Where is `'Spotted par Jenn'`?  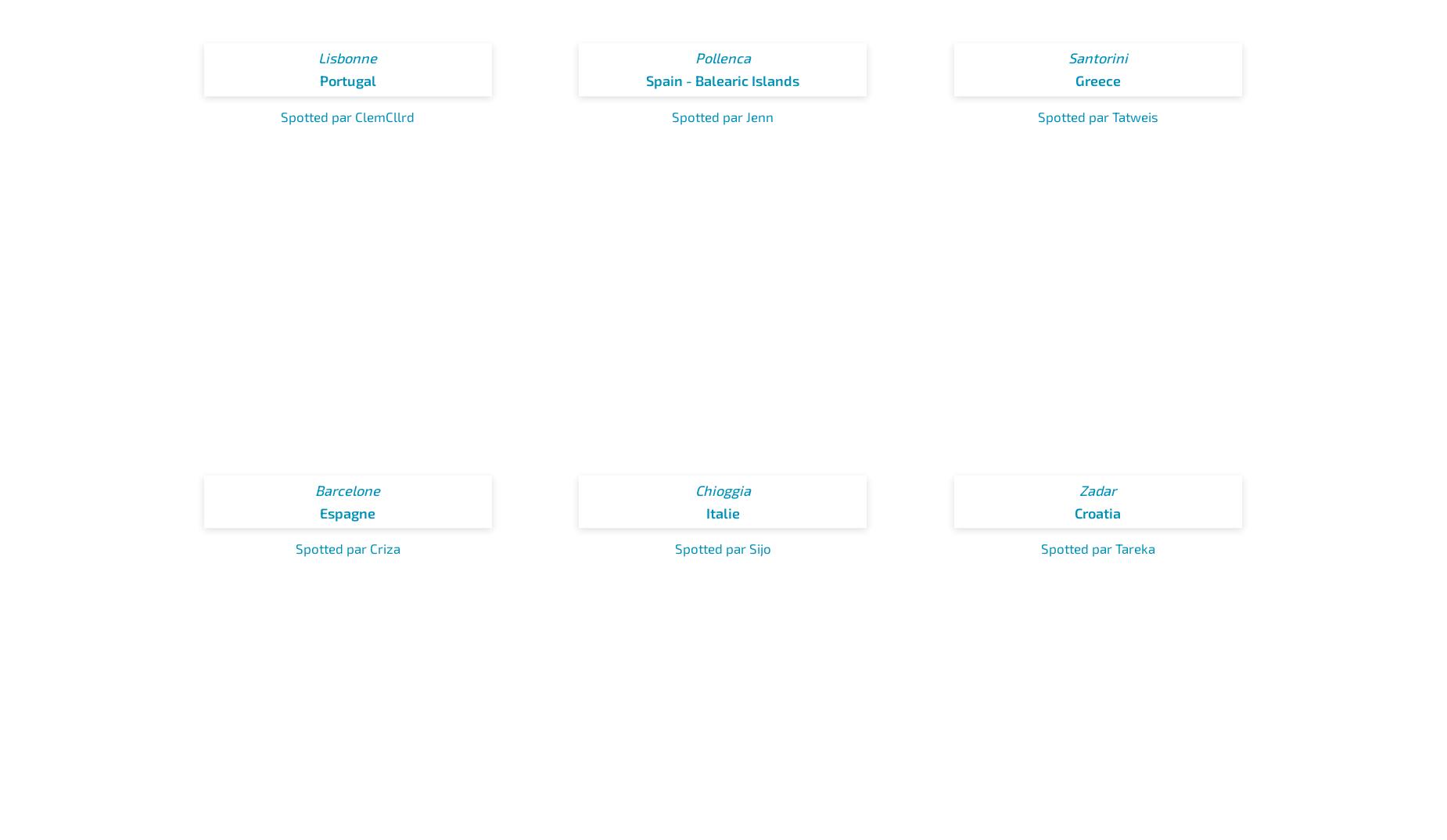 'Spotted par Jenn' is located at coordinates (723, 114).